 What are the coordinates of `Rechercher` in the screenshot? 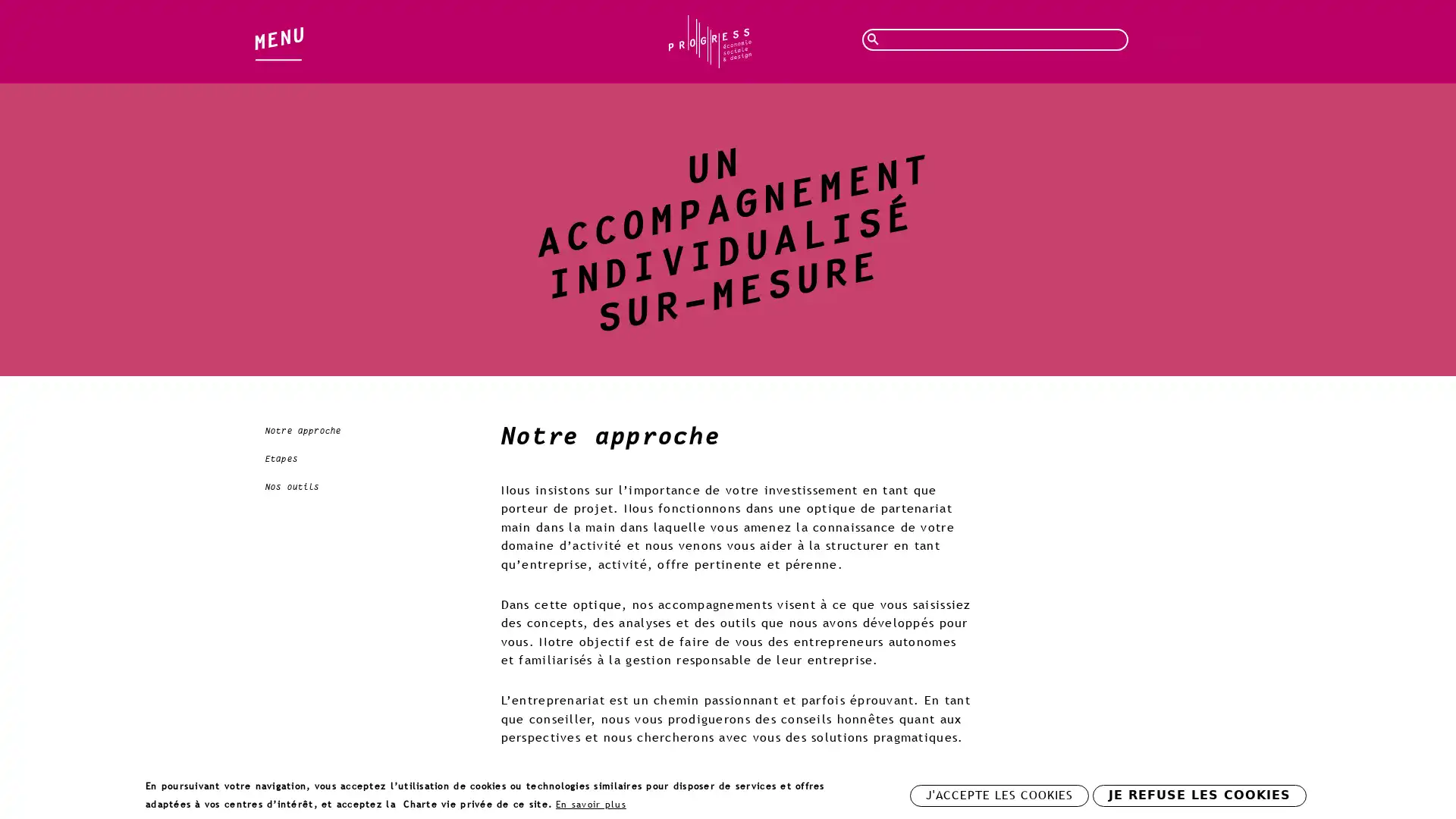 It's located at (1119, 40).